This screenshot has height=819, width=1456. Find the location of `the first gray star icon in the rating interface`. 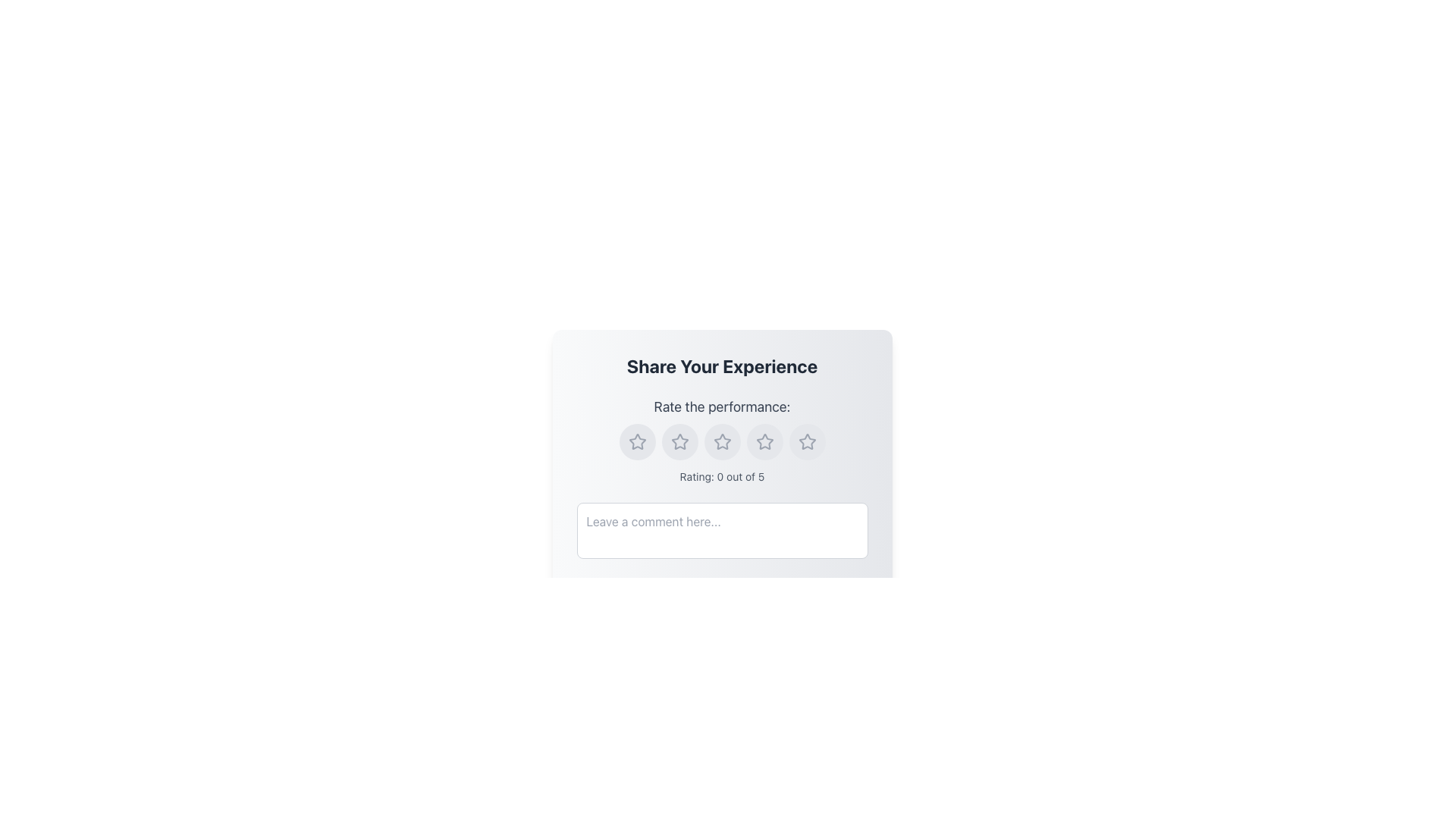

the first gray star icon in the rating interface is located at coordinates (637, 441).